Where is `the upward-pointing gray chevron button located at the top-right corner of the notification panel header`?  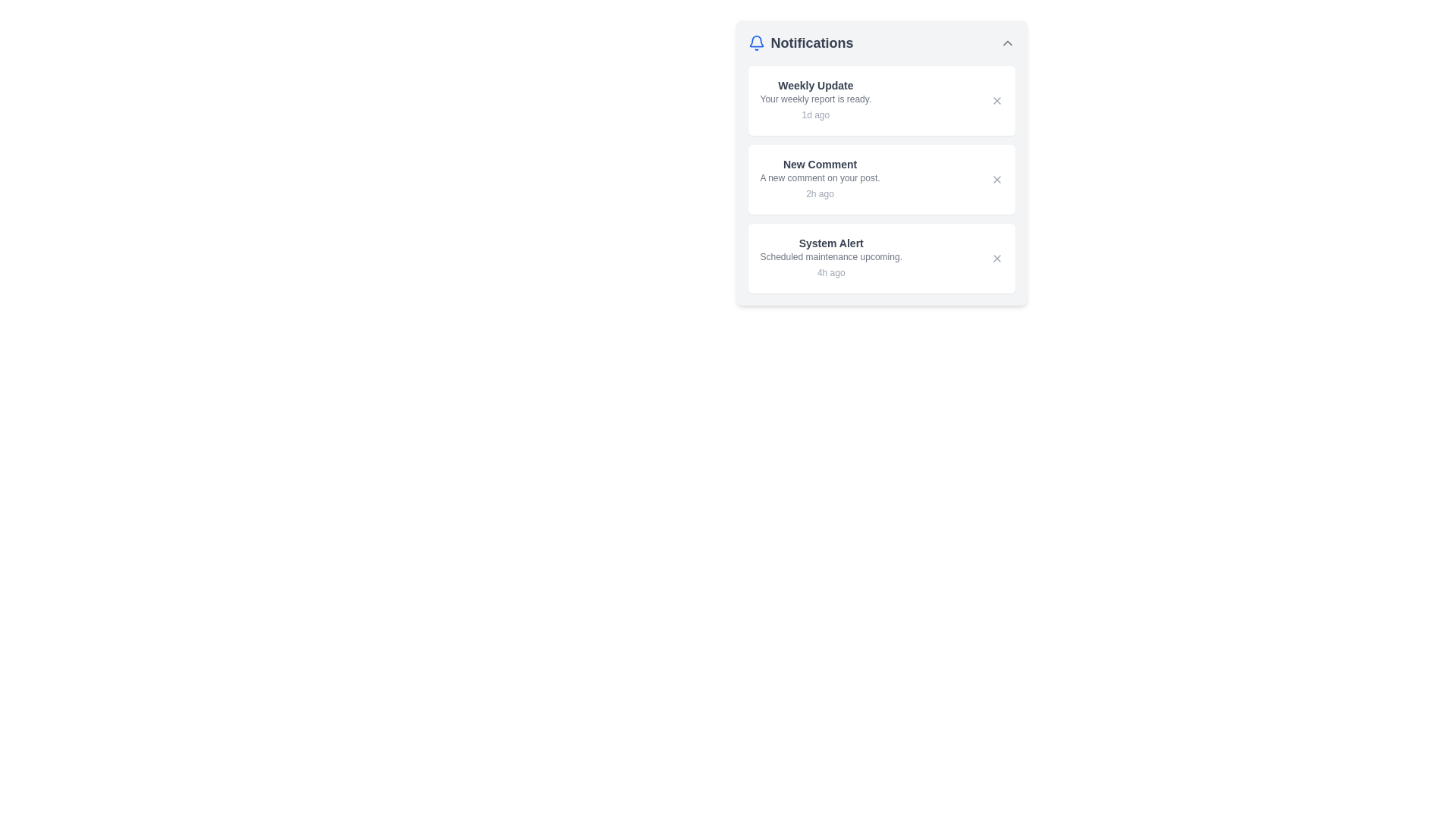 the upward-pointing gray chevron button located at the top-right corner of the notification panel header is located at coordinates (1007, 42).